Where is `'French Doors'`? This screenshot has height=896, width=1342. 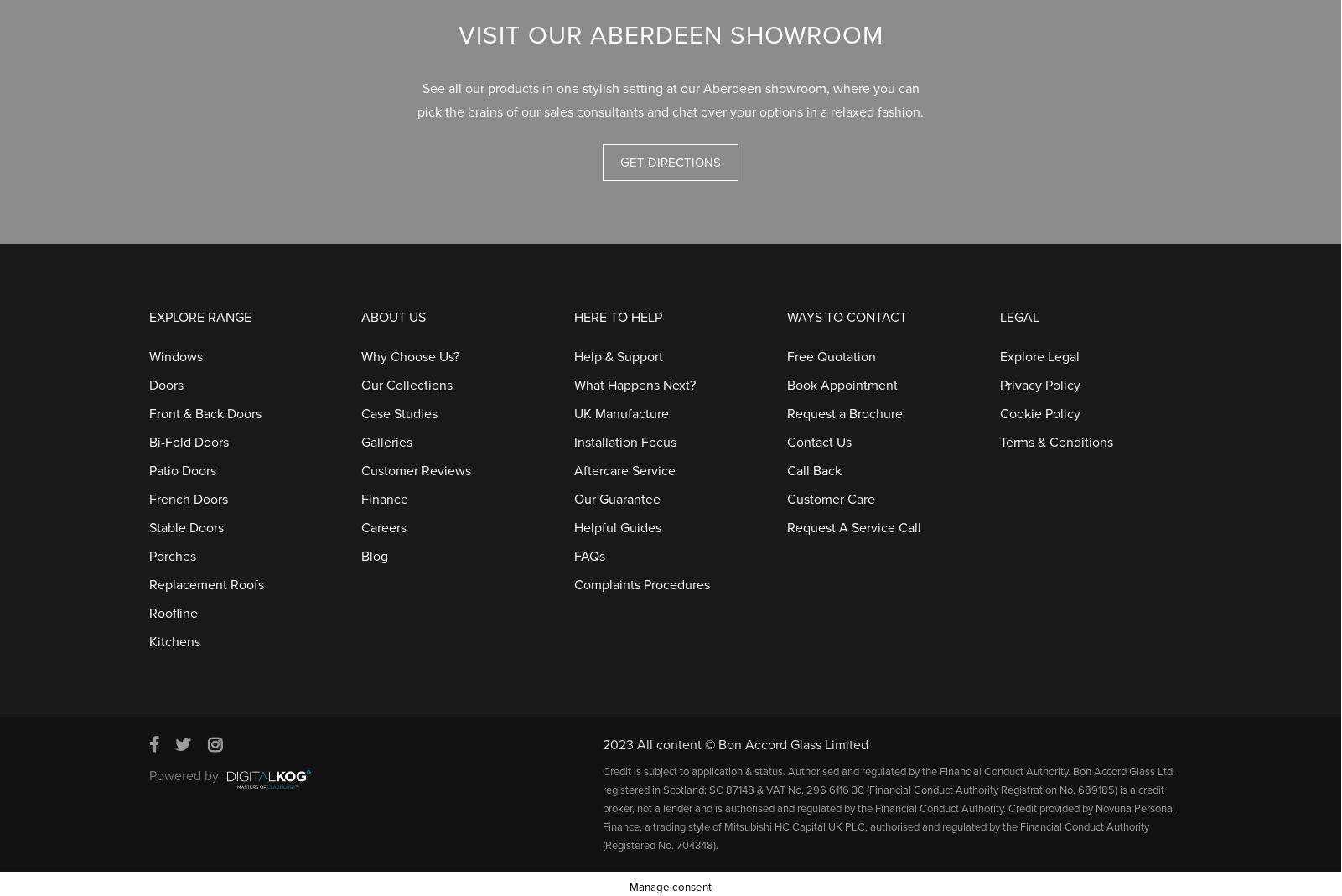
'French Doors' is located at coordinates (187, 491).